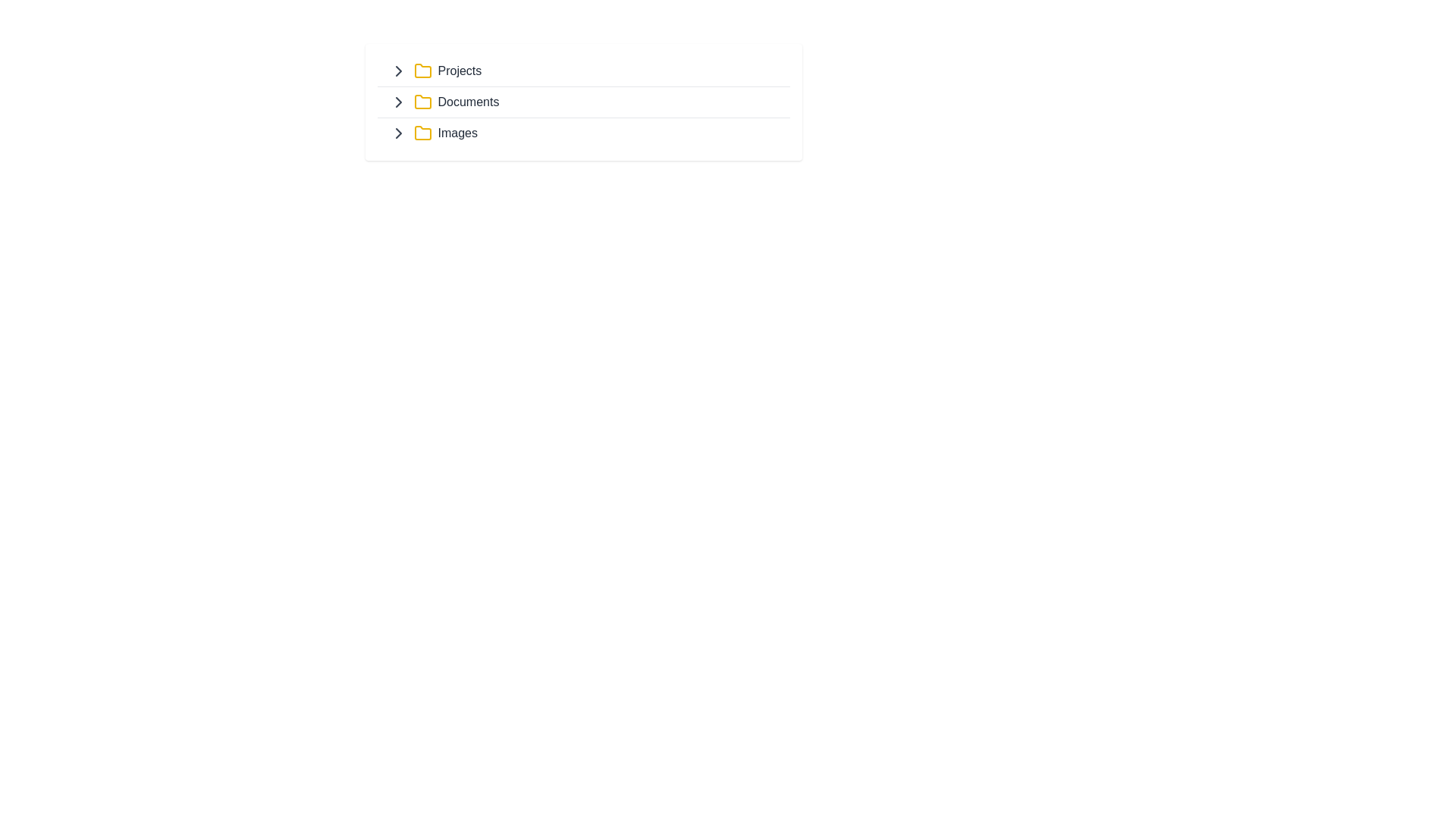  Describe the element at coordinates (457, 133) in the screenshot. I see `the text label that identifies the 'Images' section, which is located at the bottom-right of the displayed list, following a chevron and a folder icon` at that location.